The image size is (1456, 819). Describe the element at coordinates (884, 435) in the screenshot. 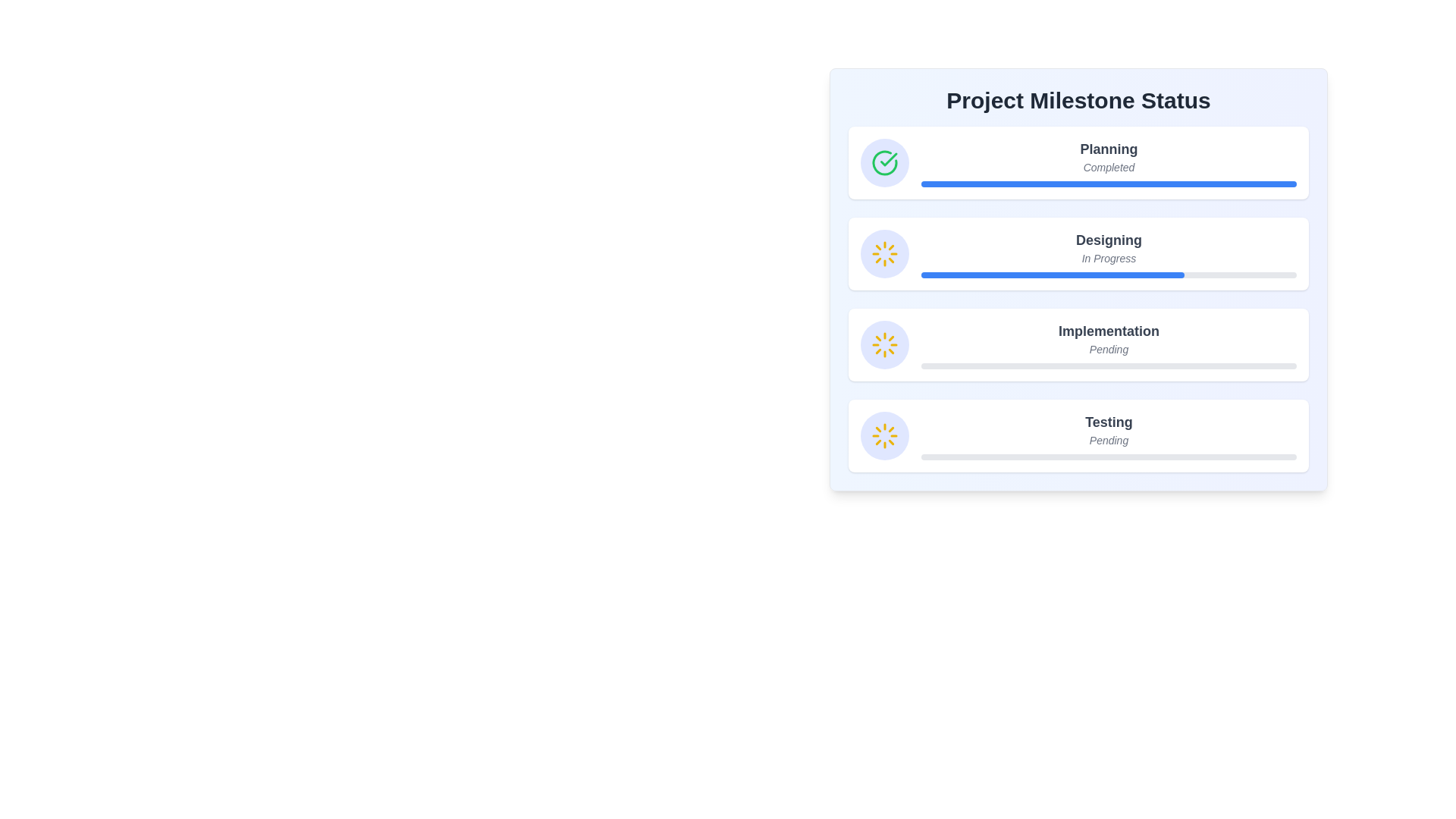

I see `the circular sunburst icon with yellow rays, which is the primary icon for the second entry in a vertical list of cards with a light blue background` at that location.